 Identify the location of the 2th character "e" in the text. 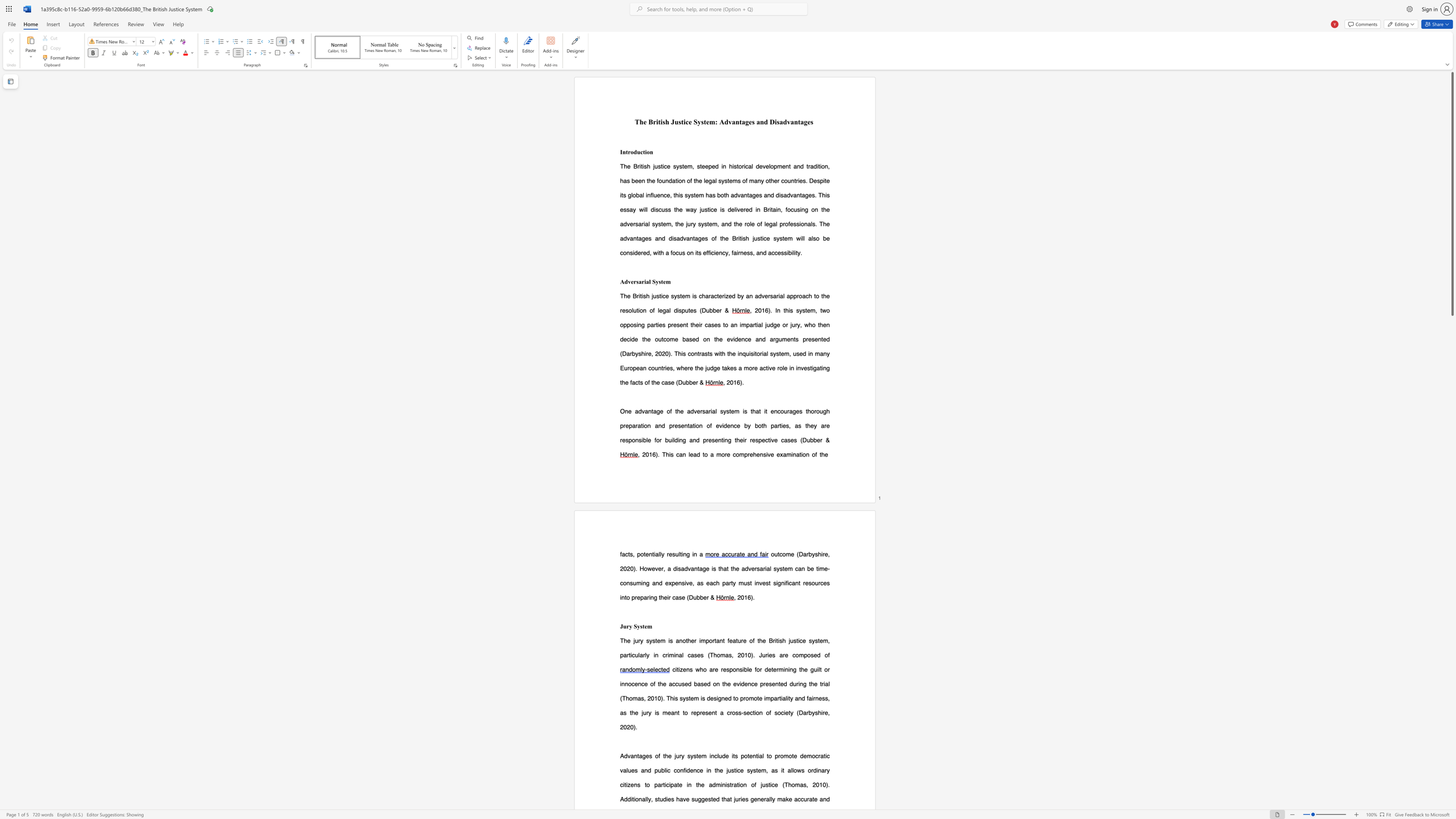
(774, 669).